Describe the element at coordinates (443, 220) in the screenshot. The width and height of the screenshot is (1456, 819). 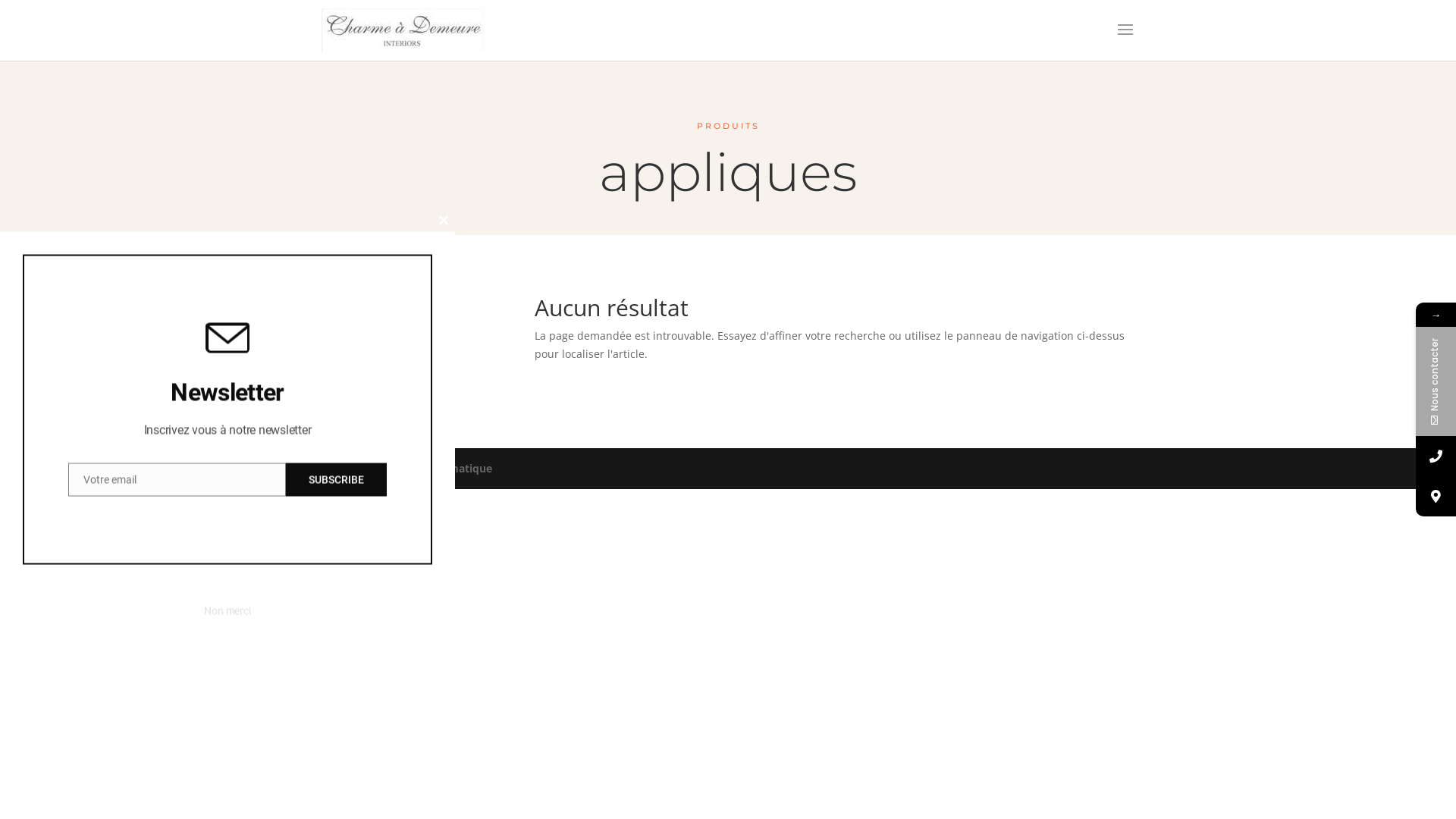
I see `'Close this module'` at that location.